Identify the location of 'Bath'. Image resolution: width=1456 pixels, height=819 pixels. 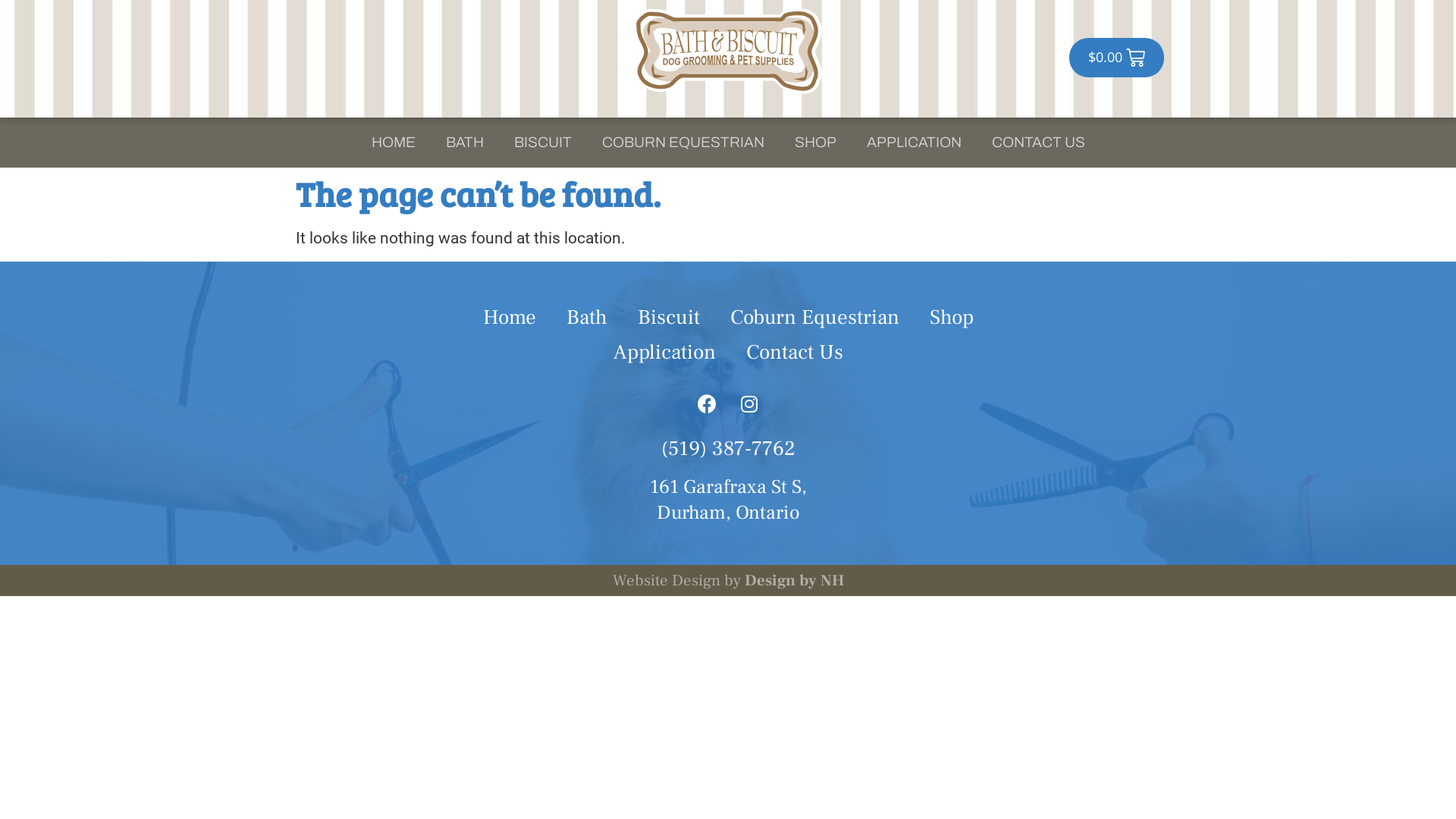
(549, 317).